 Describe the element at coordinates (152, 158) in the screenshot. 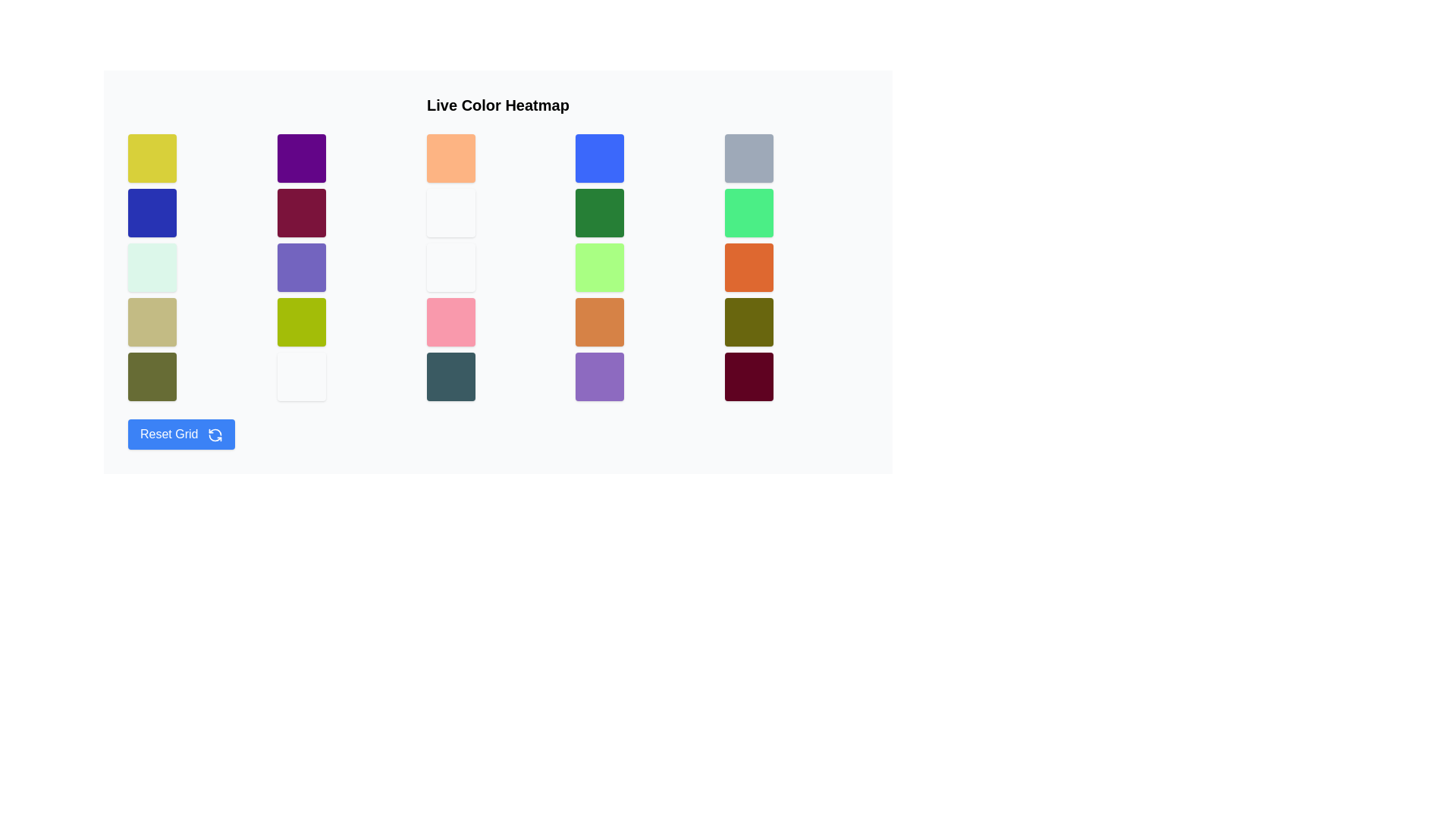

I see `the static visual component with a yellow background, which is a square with rounded corners located in the first column and first row of the grid` at that location.